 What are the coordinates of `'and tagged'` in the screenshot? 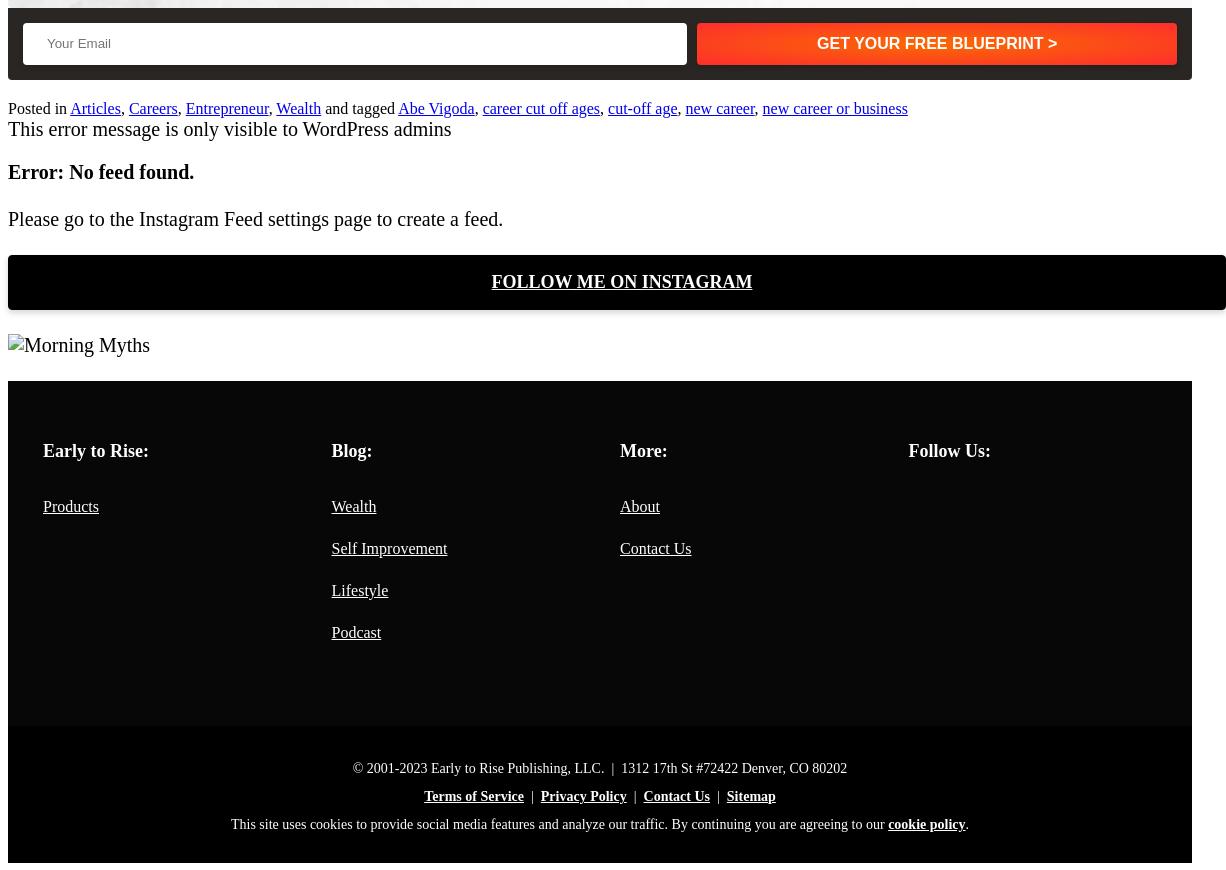 It's located at (358, 107).